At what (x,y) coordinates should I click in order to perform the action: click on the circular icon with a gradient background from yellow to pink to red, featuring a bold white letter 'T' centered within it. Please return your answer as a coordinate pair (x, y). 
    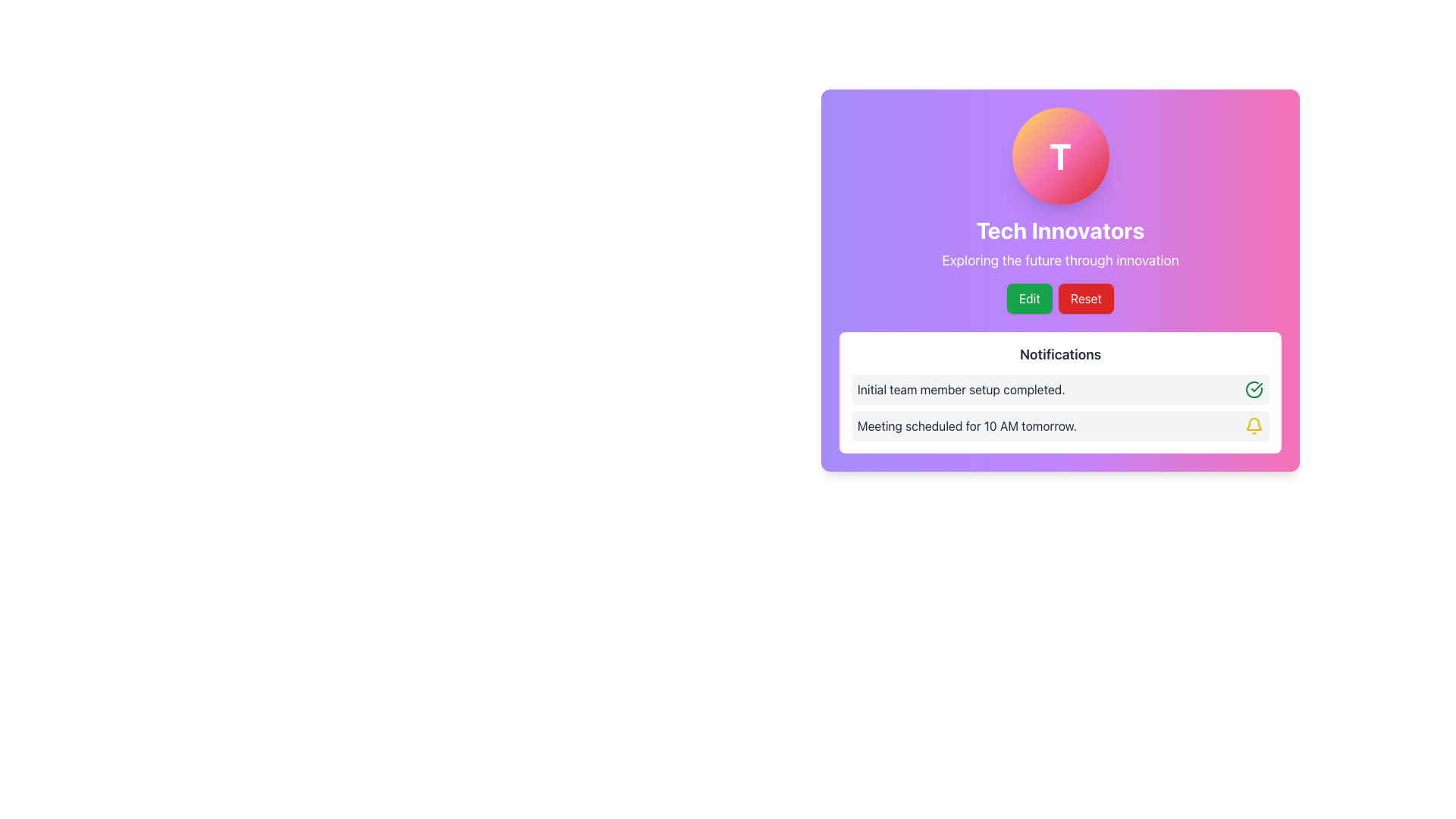
    Looking at the image, I should click on (1059, 155).